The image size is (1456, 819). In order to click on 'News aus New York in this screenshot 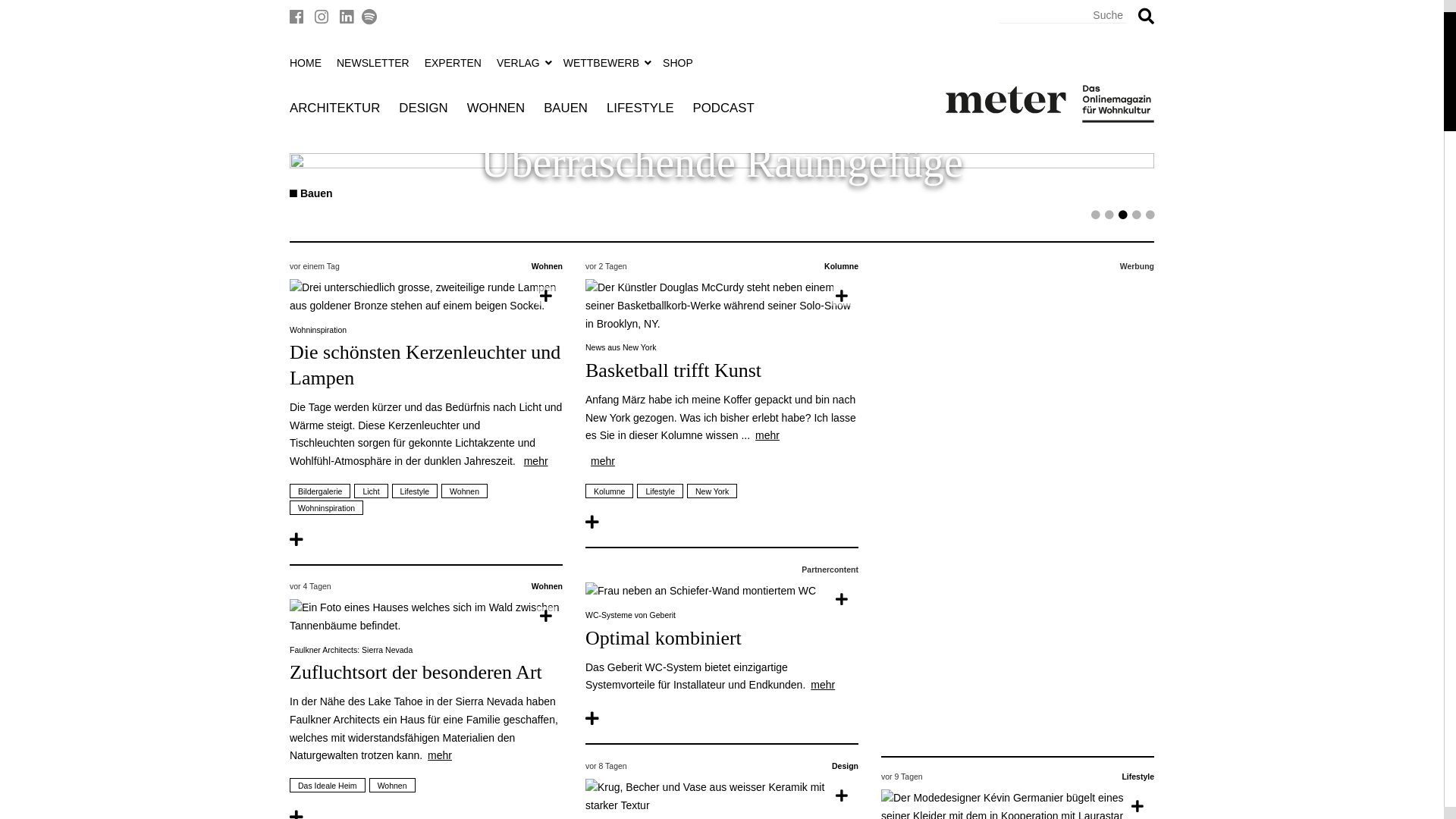, I will do `click(720, 362)`.